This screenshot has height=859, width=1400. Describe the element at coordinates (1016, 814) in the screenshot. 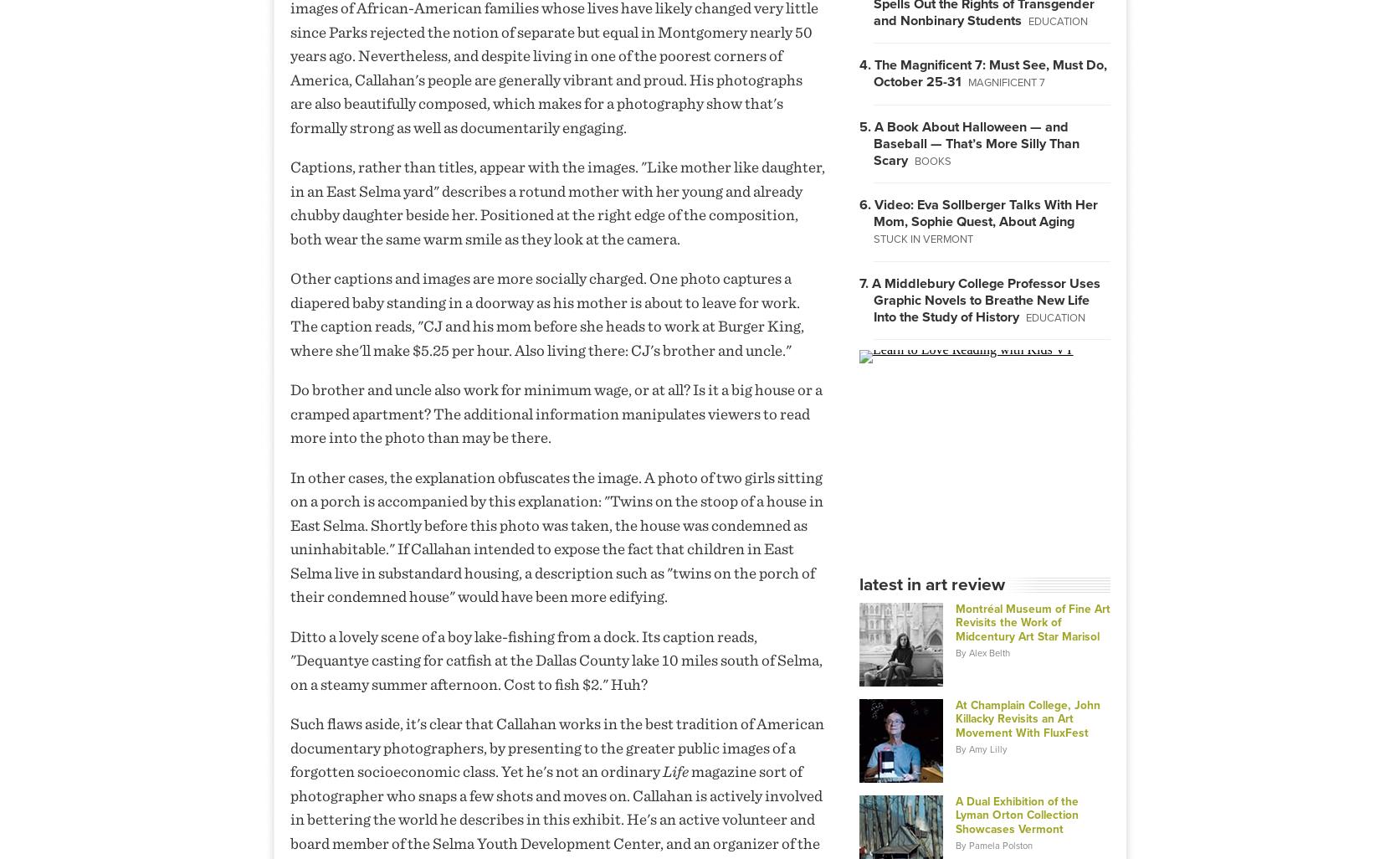

I see `'A Dual Exhibition of the Lyman Orton Collection Showcases Vermont'` at that location.